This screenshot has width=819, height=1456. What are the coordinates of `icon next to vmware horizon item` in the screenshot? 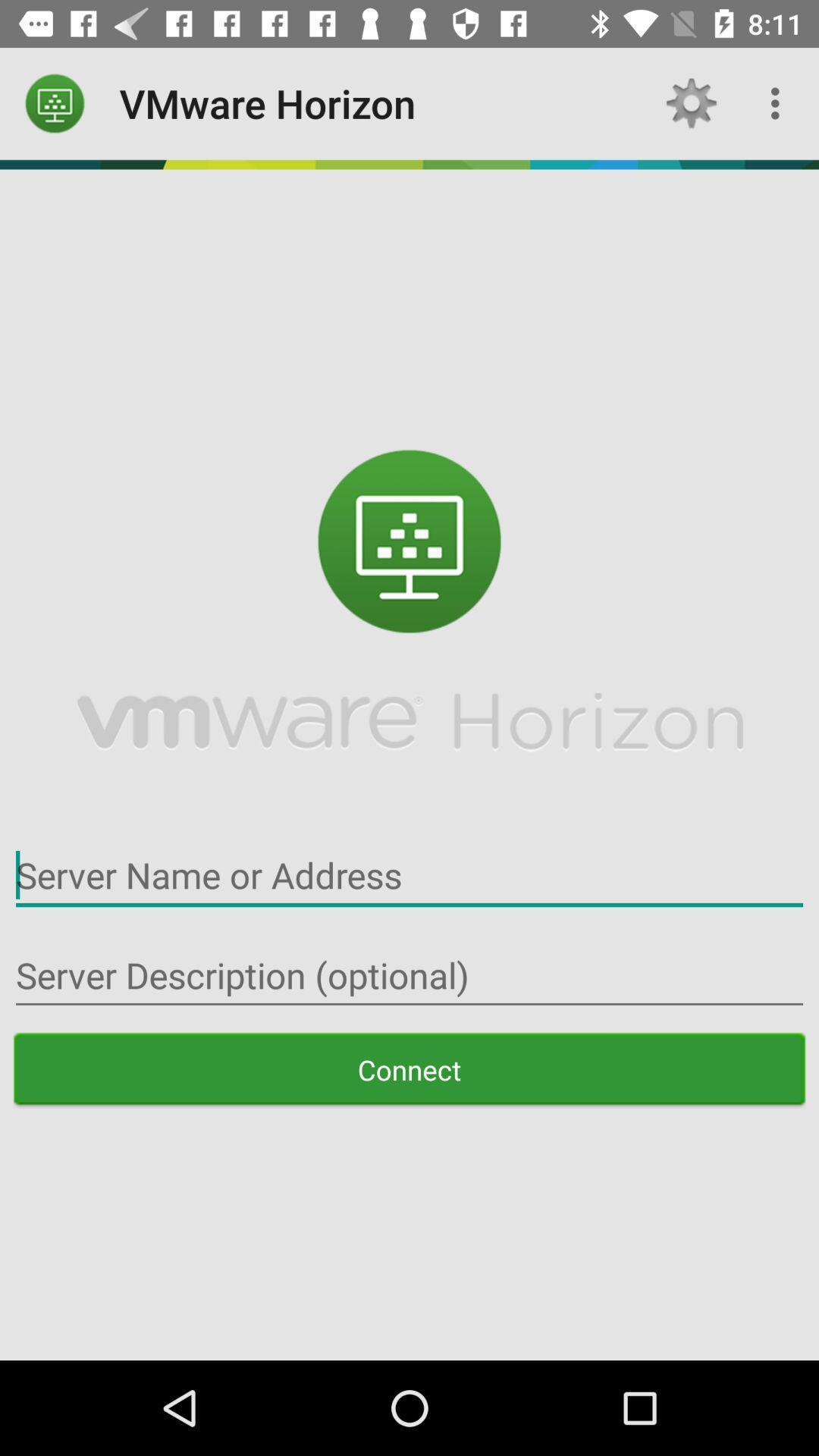 It's located at (55, 102).